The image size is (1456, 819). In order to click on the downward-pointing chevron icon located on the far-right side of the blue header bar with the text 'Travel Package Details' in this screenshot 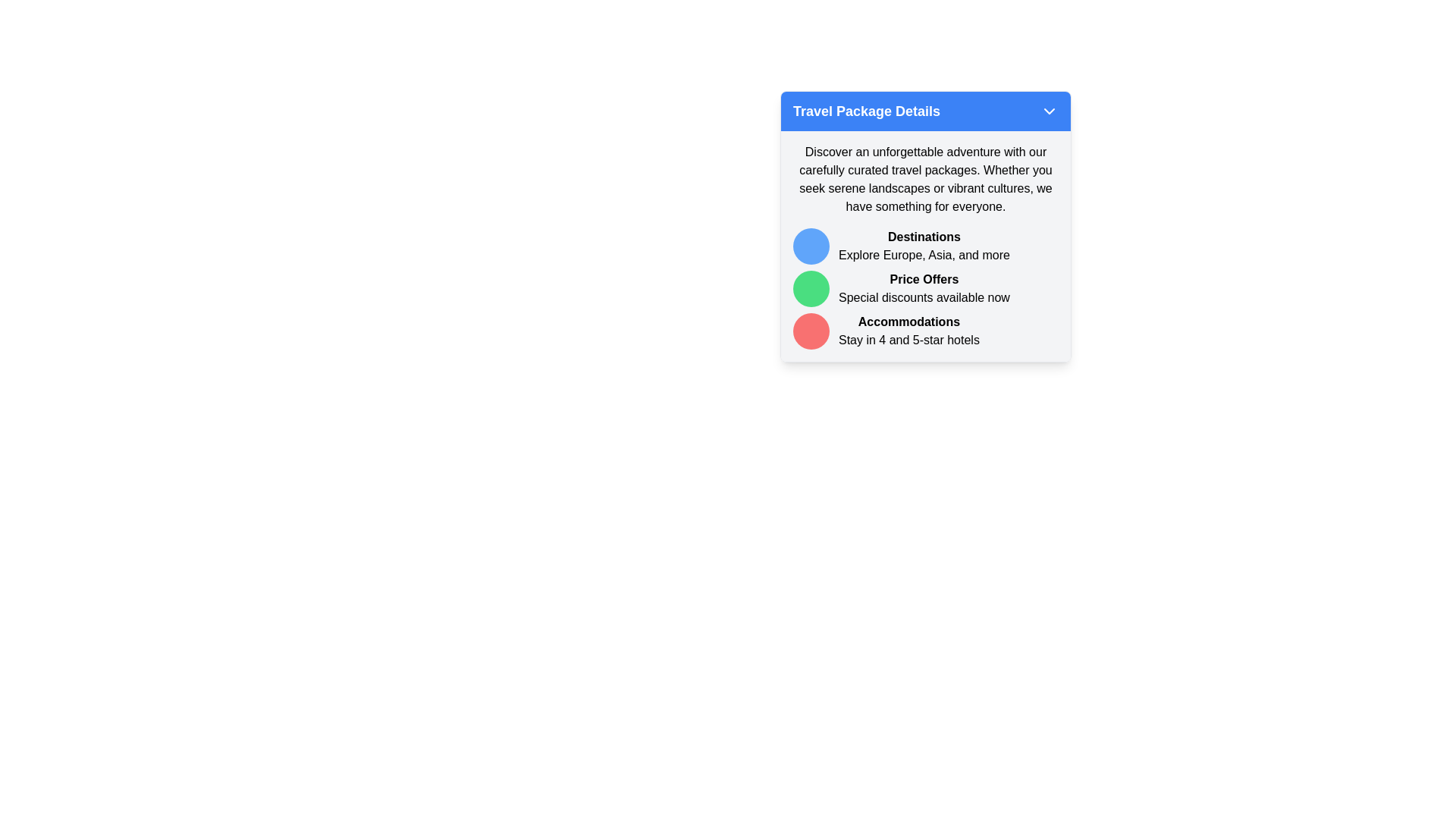, I will do `click(1048, 110)`.